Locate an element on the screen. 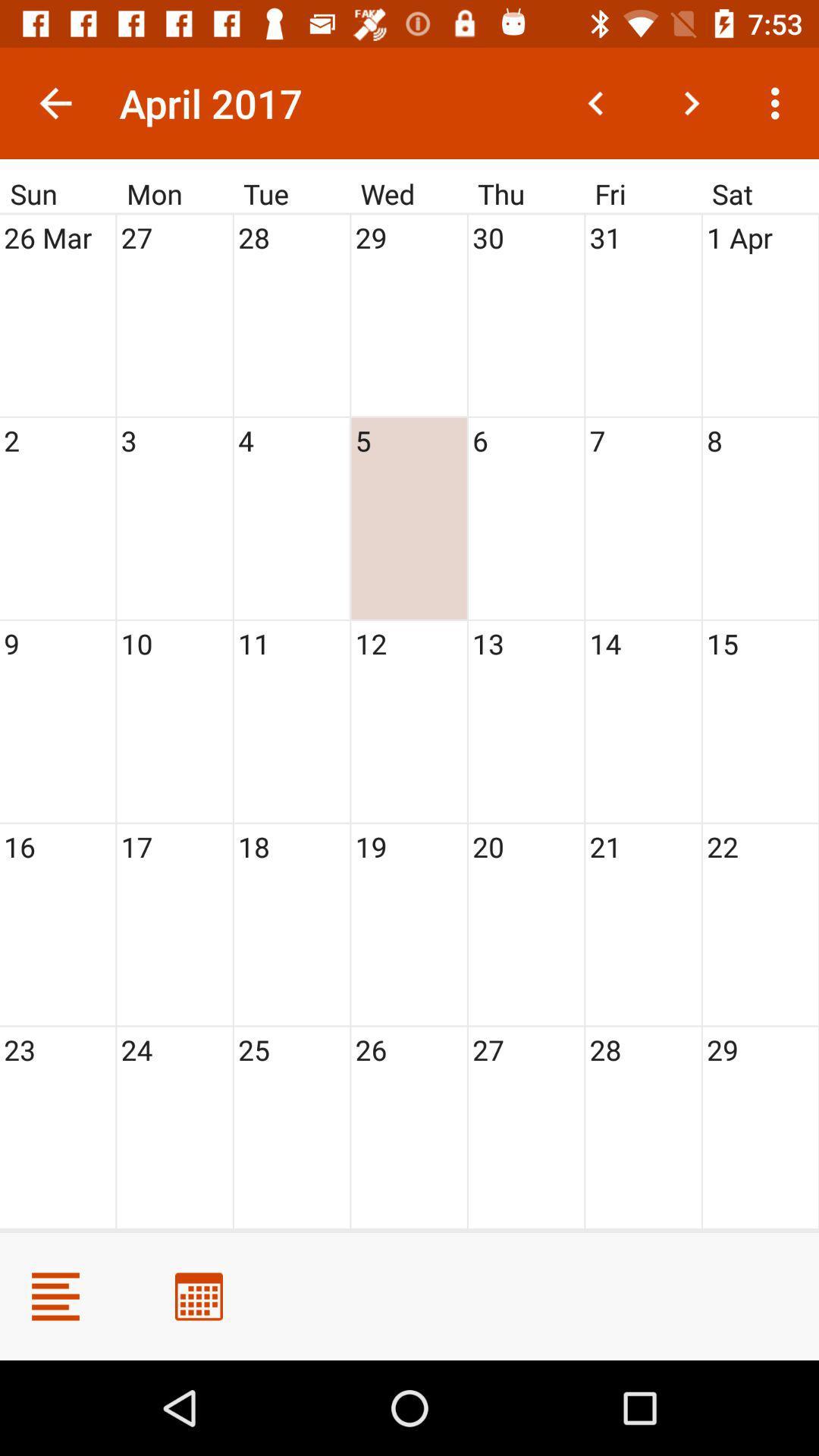  previous month is located at coordinates (595, 102).